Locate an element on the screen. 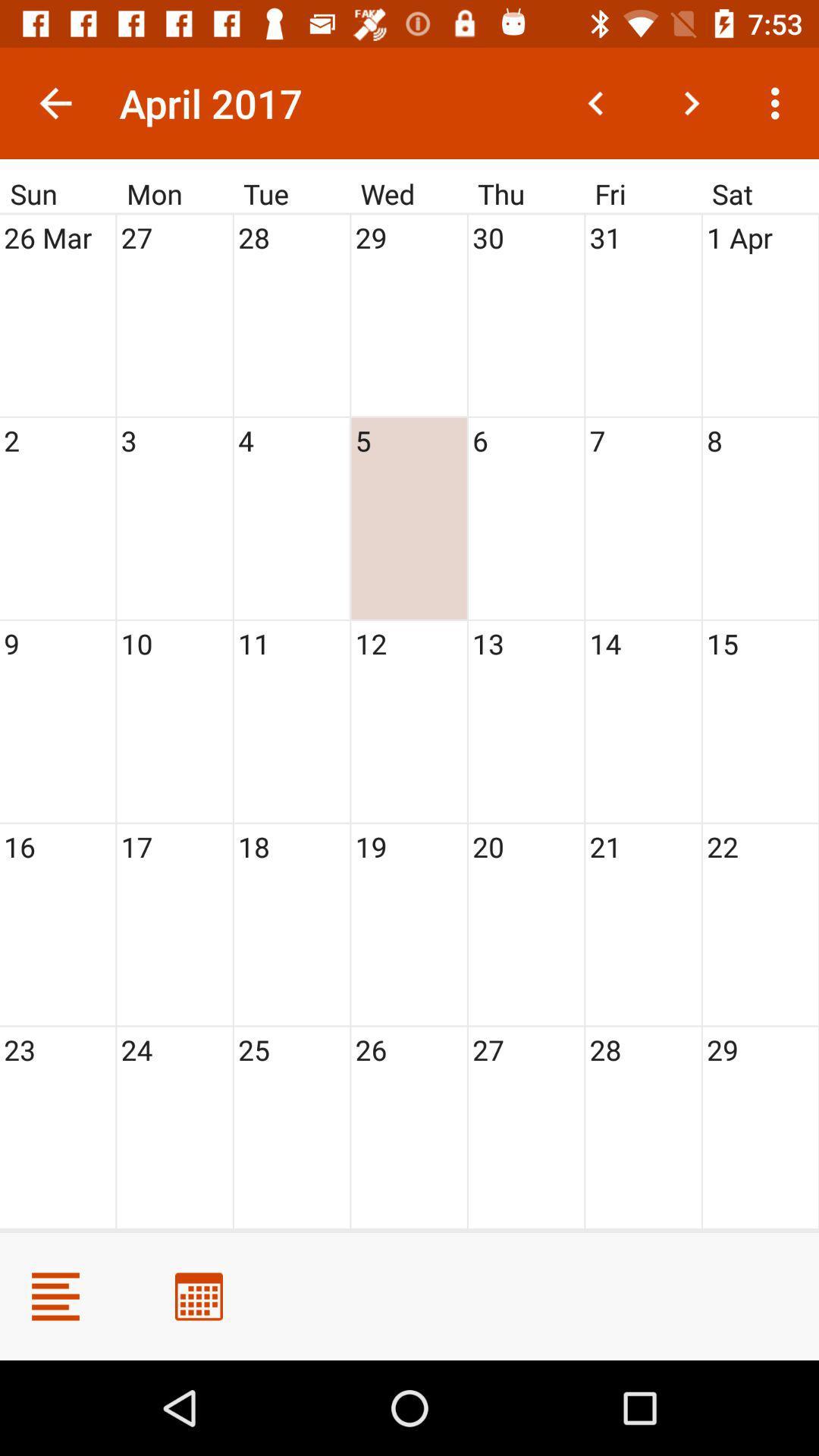  previous month is located at coordinates (595, 102).